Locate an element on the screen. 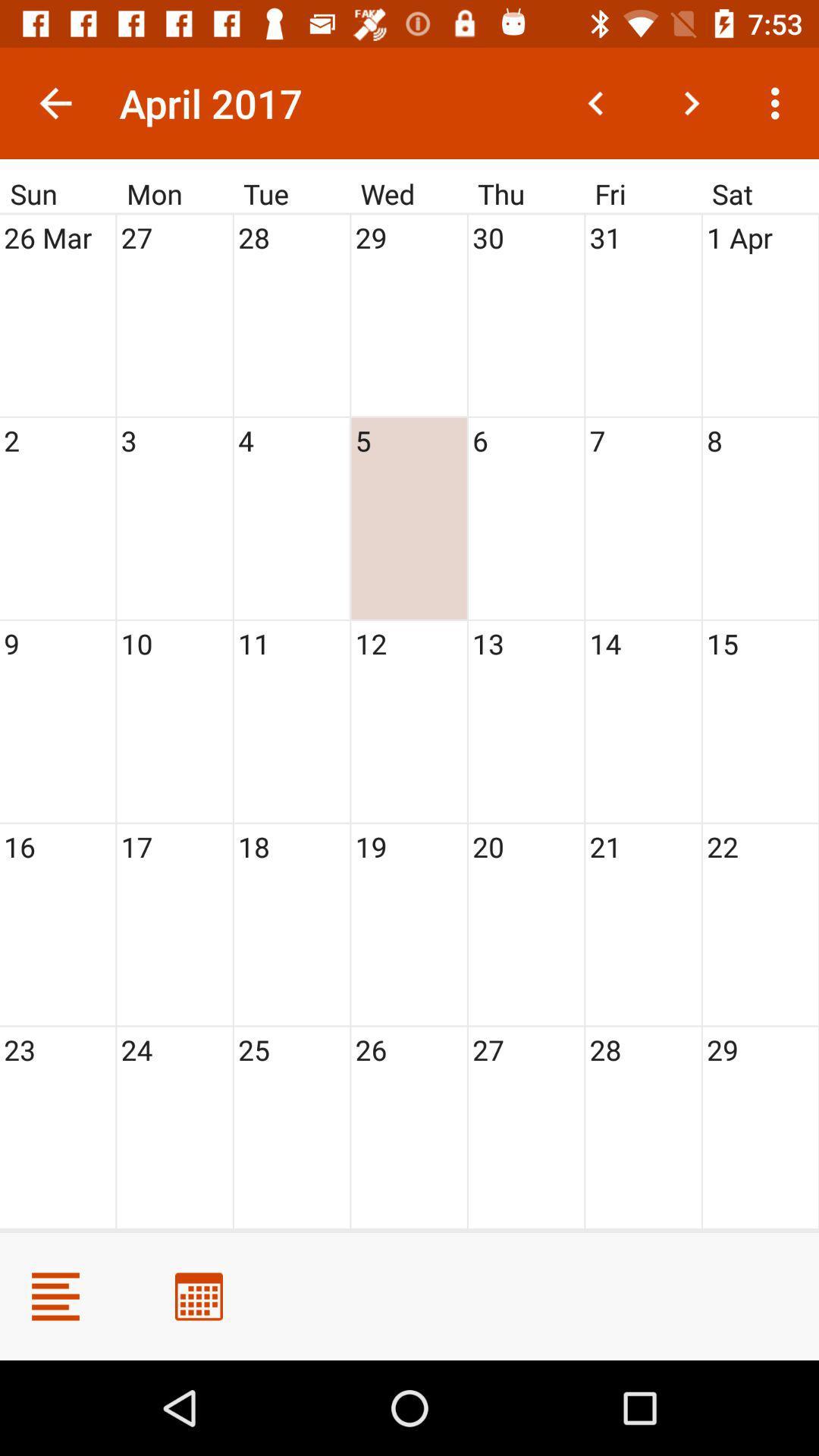  previous month is located at coordinates (595, 102).